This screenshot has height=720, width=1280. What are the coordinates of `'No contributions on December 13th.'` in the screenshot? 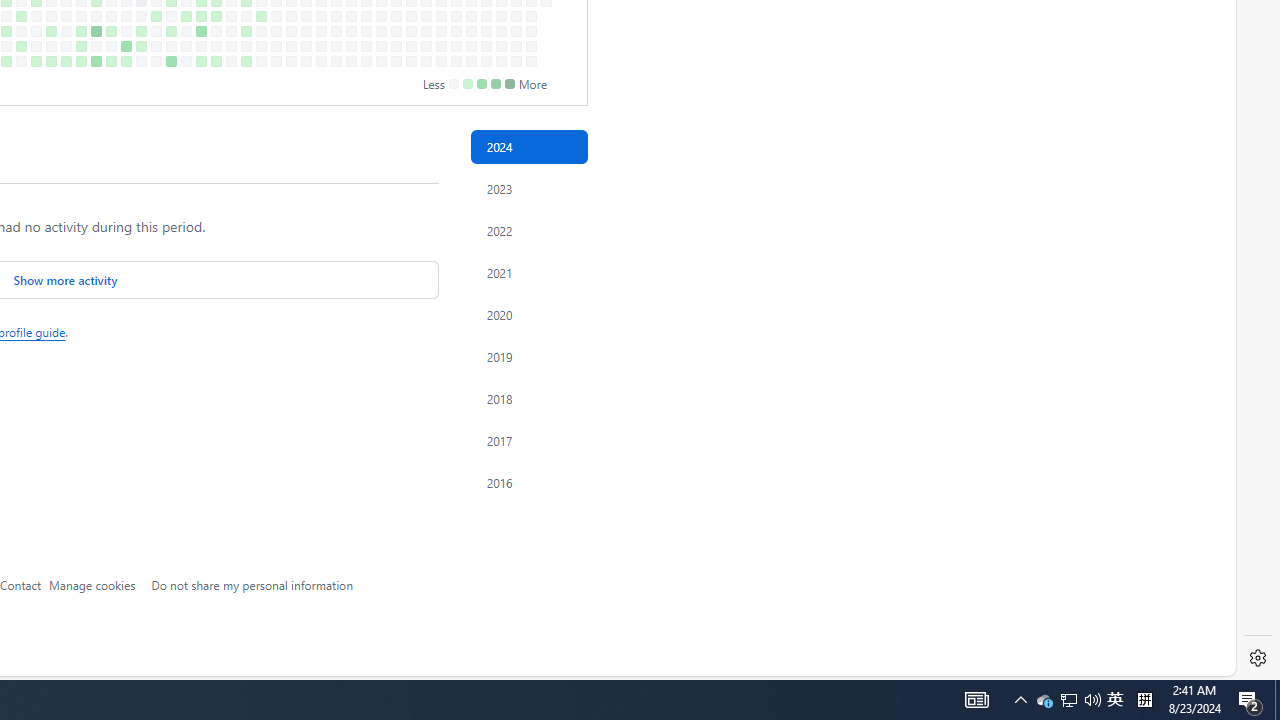 It's located at (501, 45).